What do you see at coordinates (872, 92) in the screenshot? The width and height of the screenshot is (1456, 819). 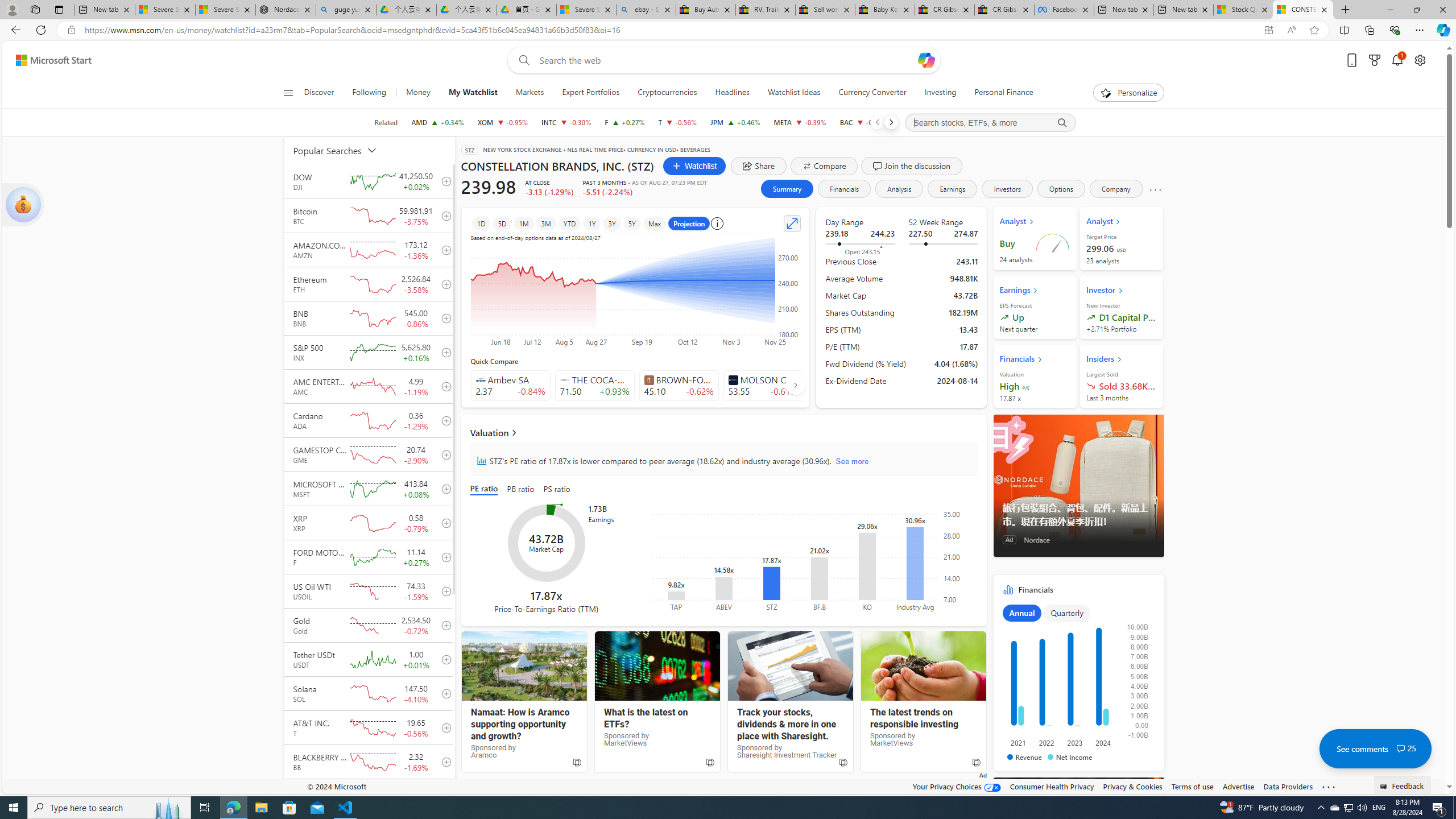 I see `'Currency Converter'` at bounding box center [872, 92].